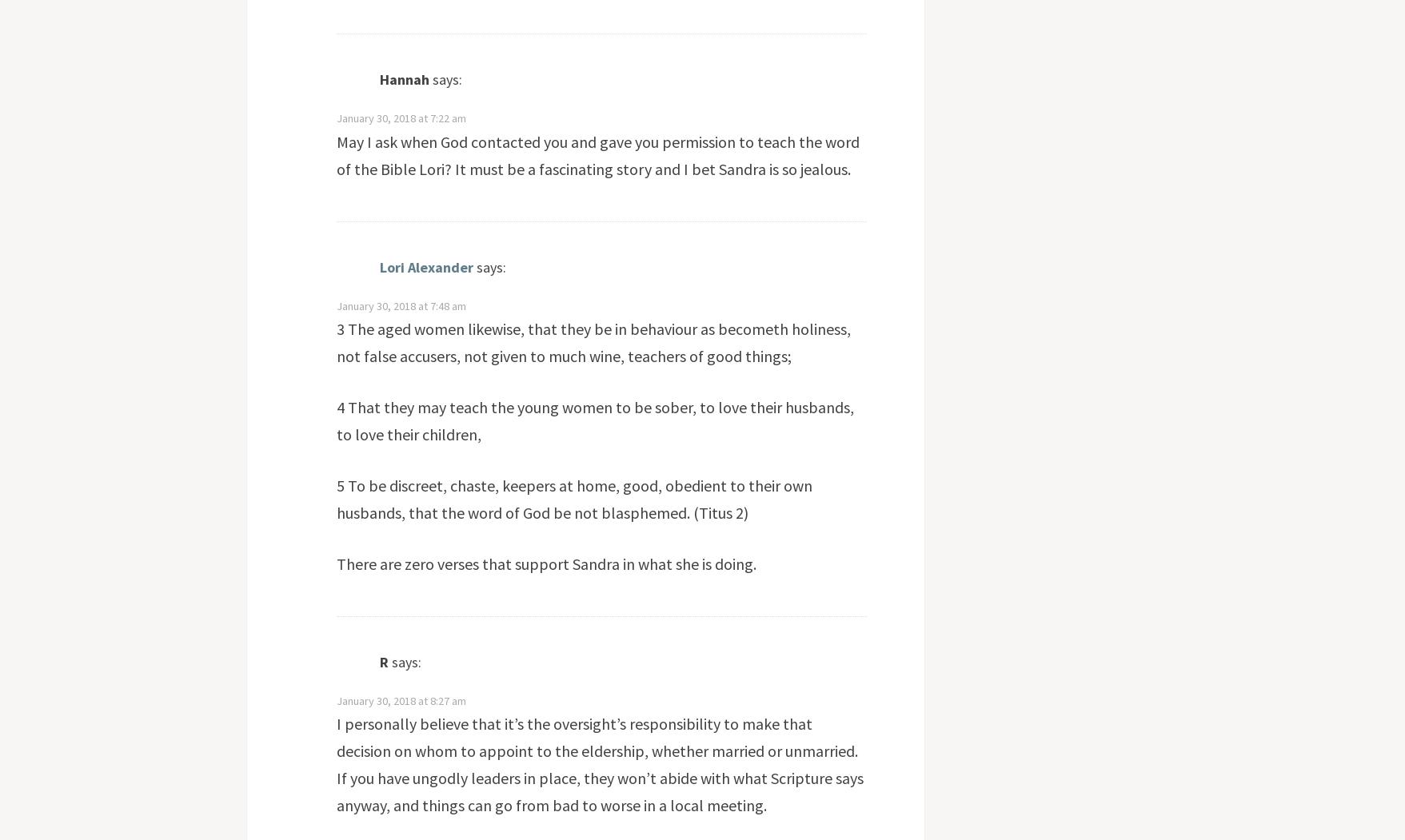  What do you see at coordinates (597, 154) in the screenshot?
I see `'May I ask when God contacted you and gave you permission to teach the word of the Bible Lori? It must be a fascinating story and I bet Sandra is so jealous.'` at bounding box center [597, 154].